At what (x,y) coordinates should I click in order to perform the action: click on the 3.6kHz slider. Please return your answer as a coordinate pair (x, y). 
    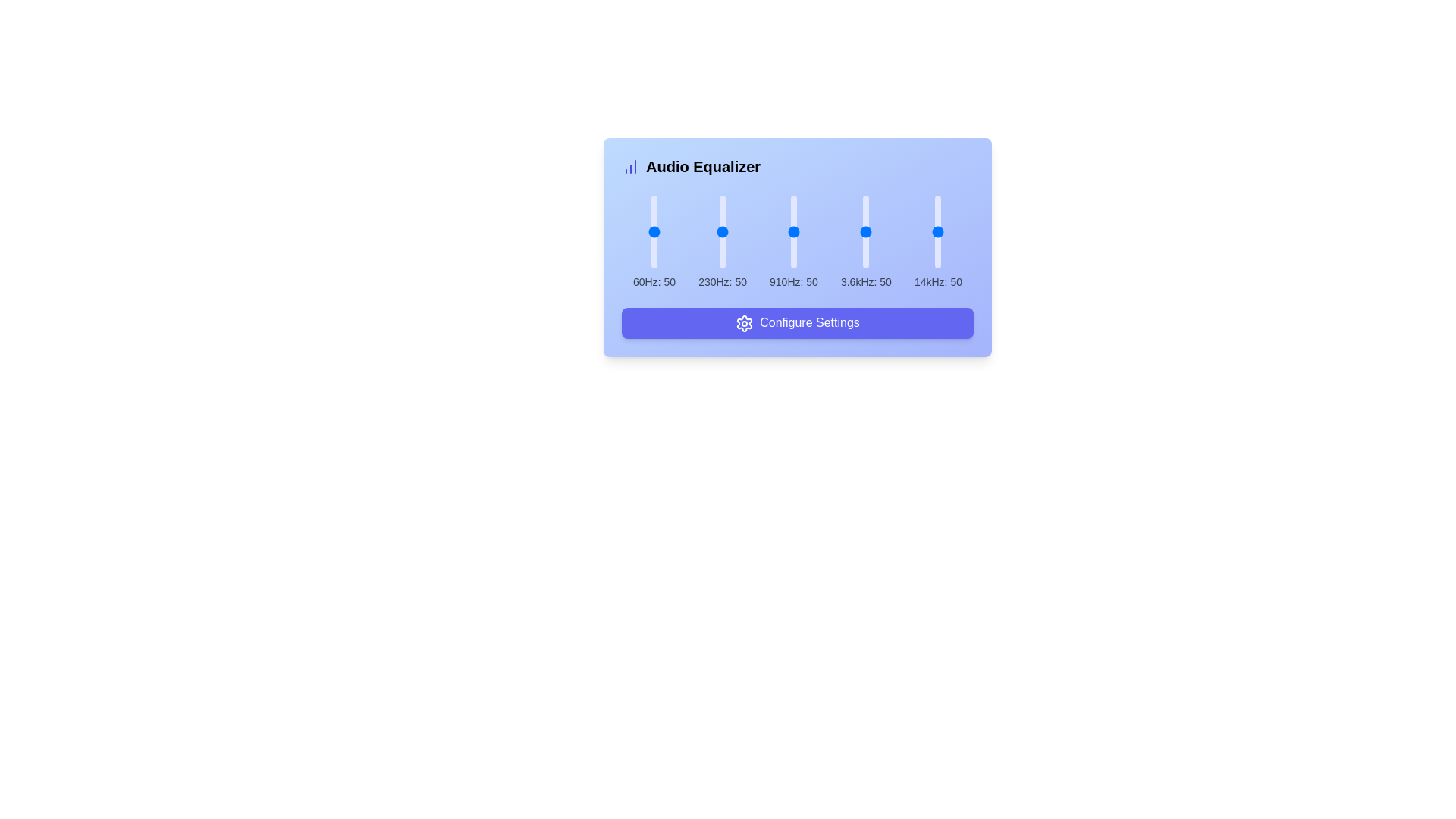
    Looking at the image, I should click on (866, 237).